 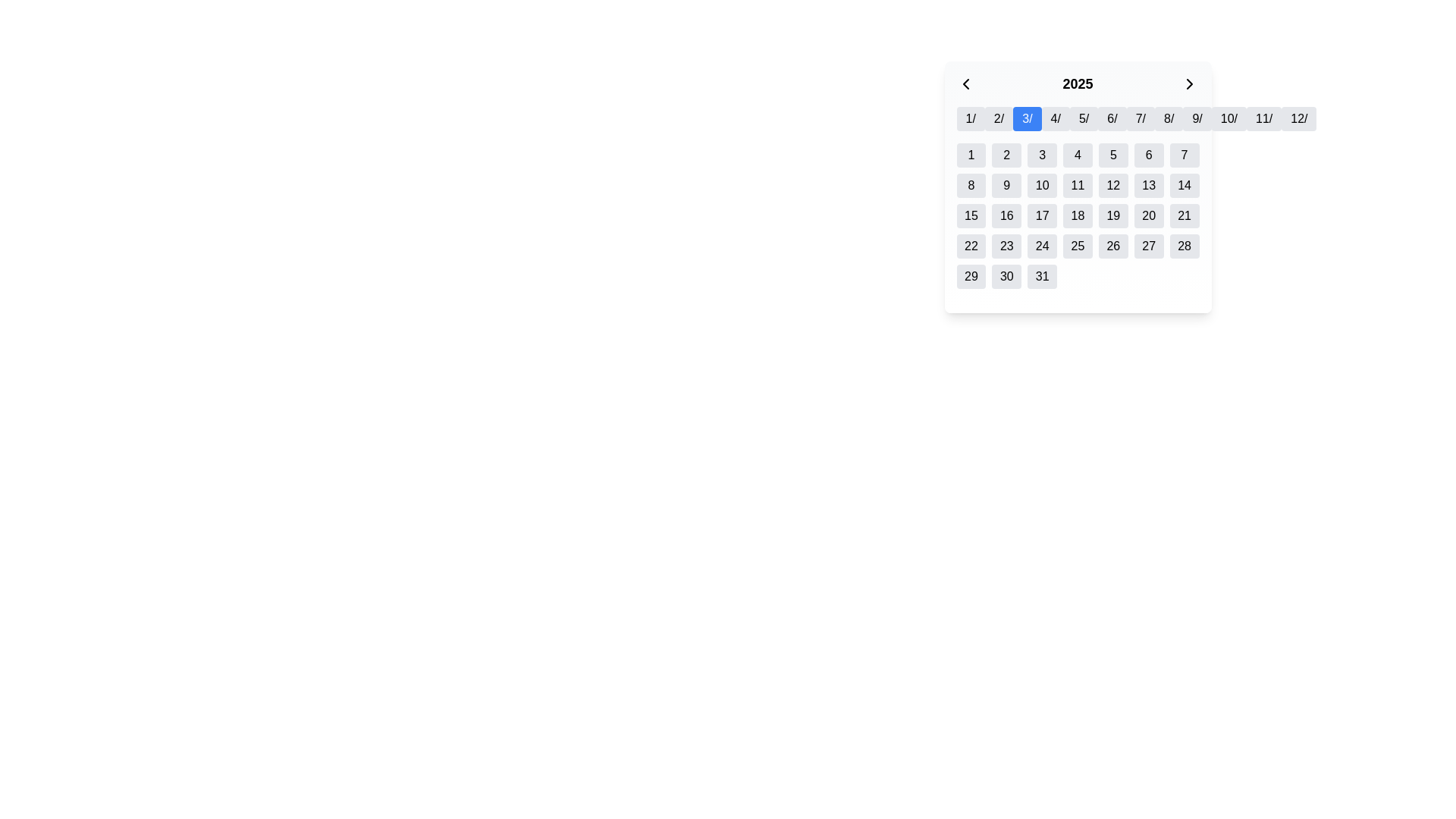 I want to click on the leftward-pointing chevron icon in the date picker interface, so click(x=965, y=84).